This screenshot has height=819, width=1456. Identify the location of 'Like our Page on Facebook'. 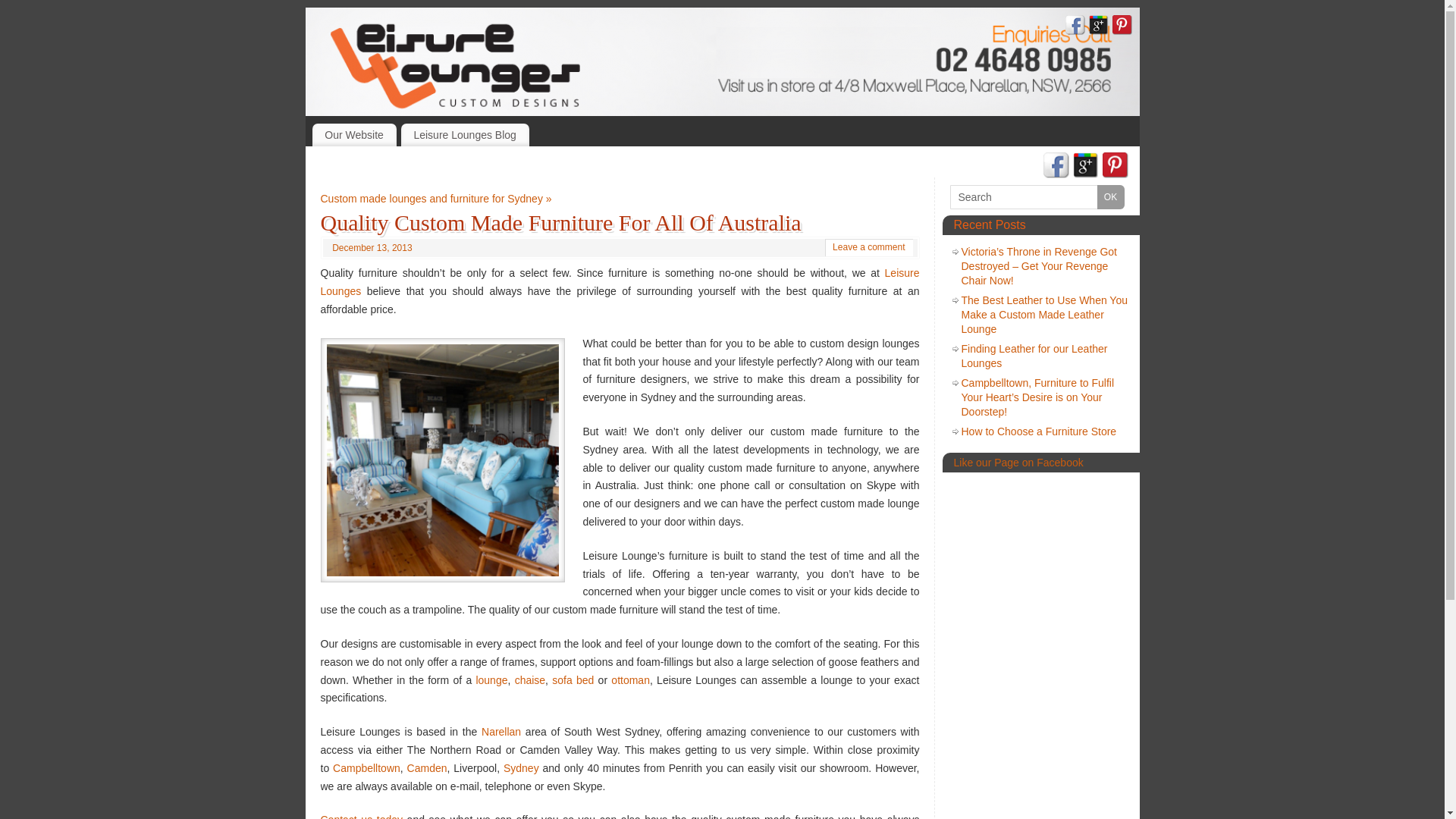
(1018, 461).